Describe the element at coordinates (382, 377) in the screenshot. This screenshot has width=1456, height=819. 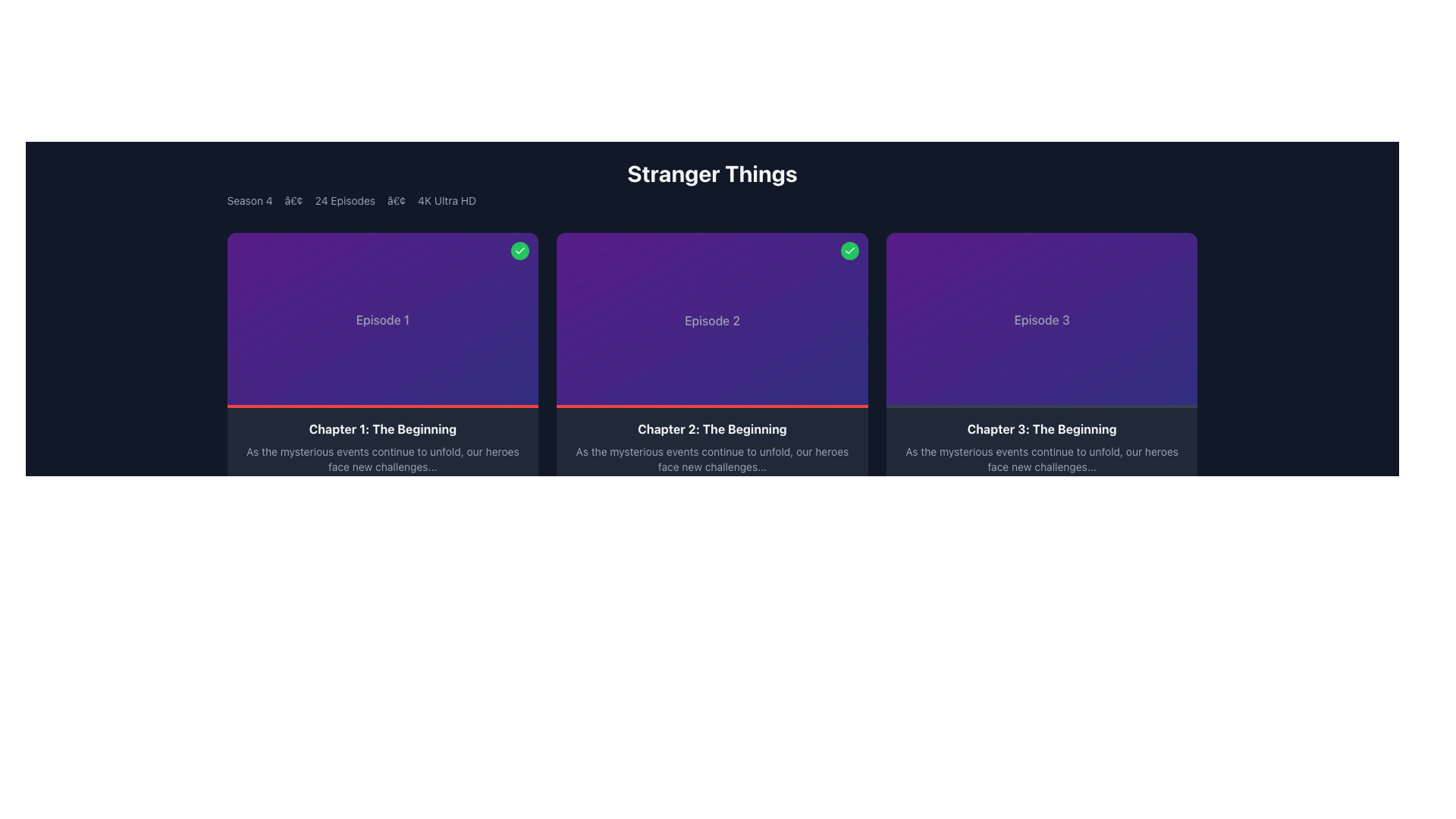
I see `the first episode card` at that location.